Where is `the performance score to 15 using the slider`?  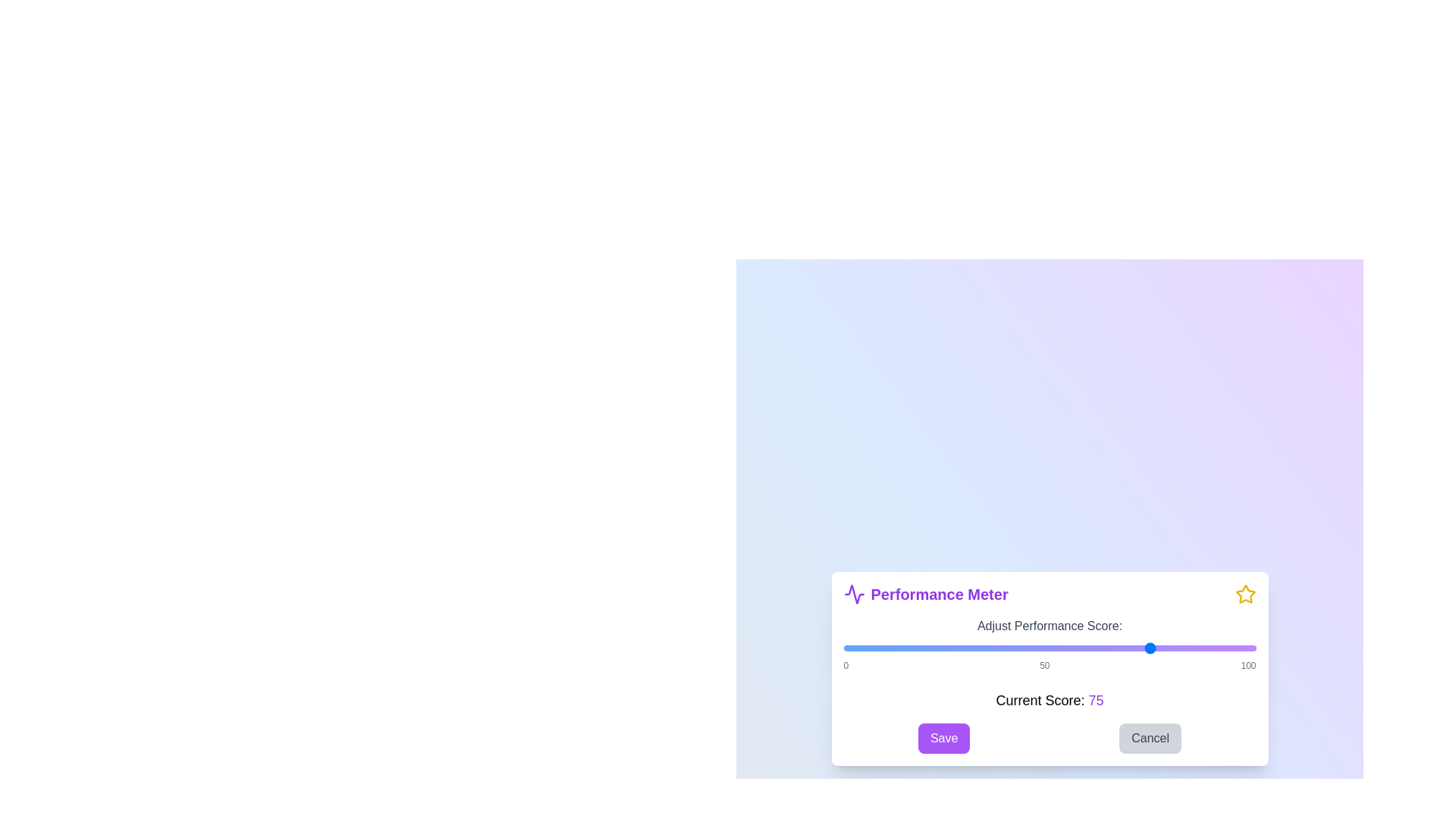
the performance score to 15 using the slider is located at coordinates (905, 648).